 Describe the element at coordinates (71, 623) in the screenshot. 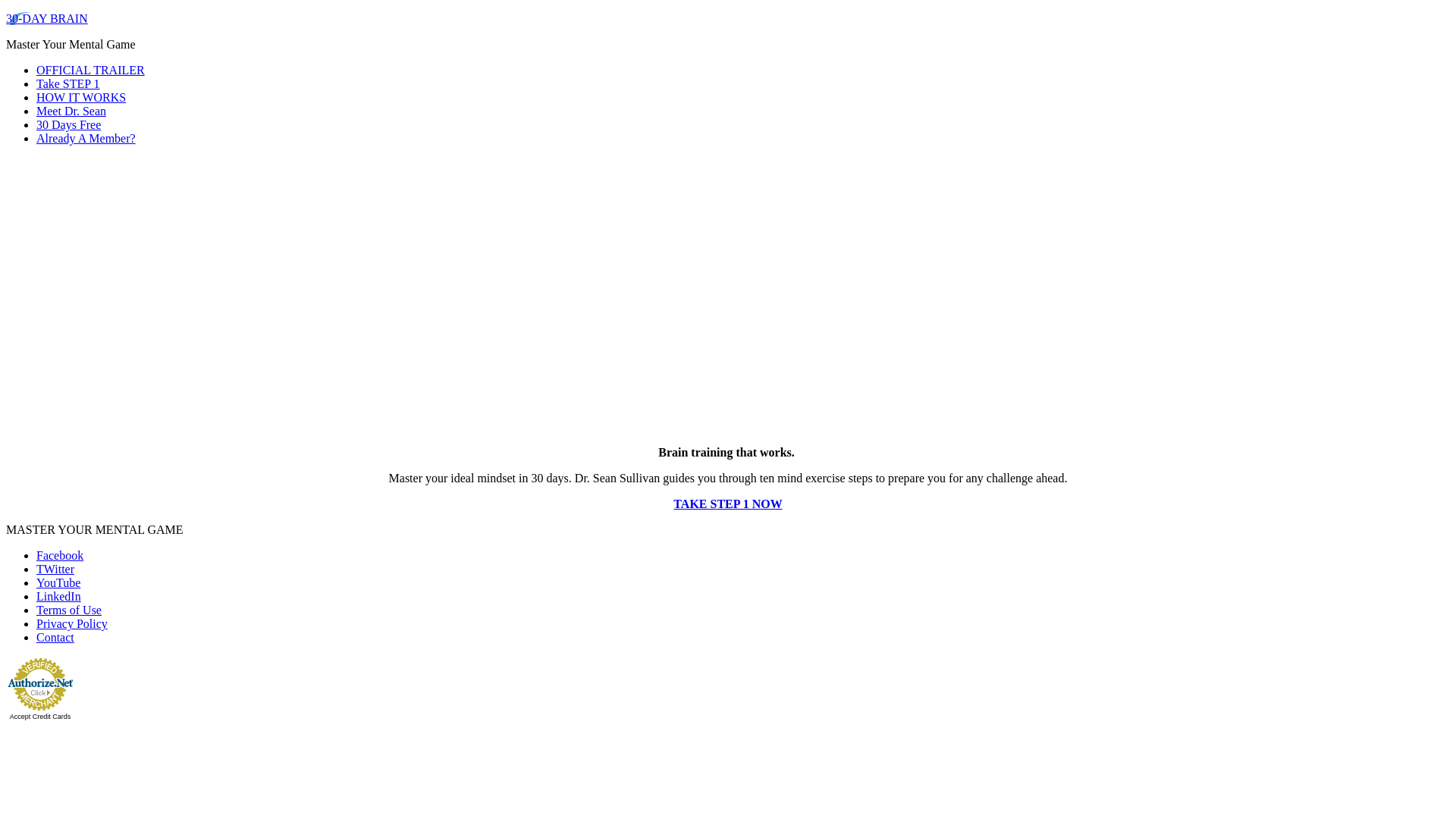

I see `'Privacy Policy'` at that location.